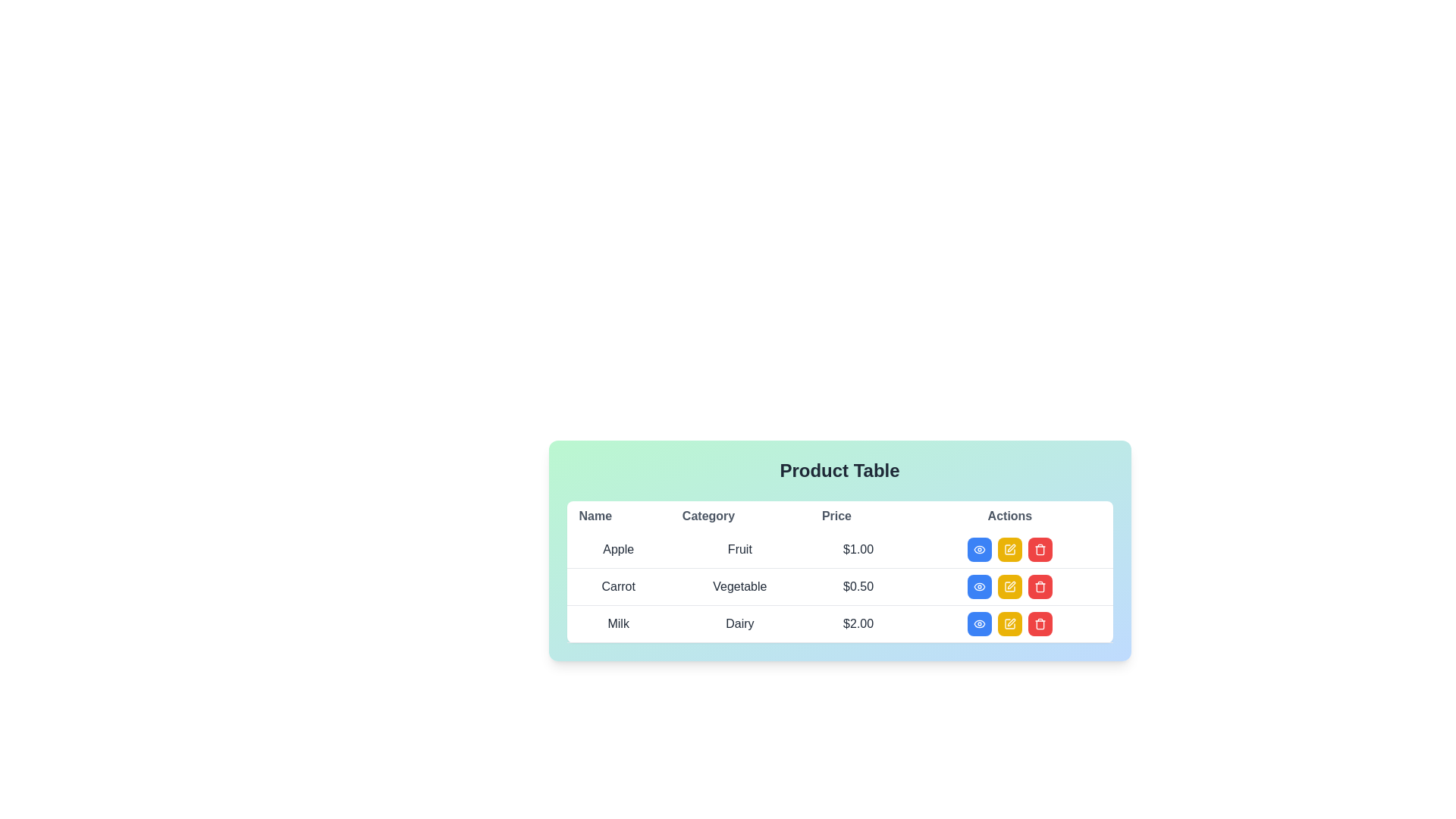 This screenshot has height=819, width=1456. What do you see at coordinates (858, 550) in the screenshot?
I see `the static text label displaying the price '$1.00' in the 'Price' column of the product table` at bounding box center [858, 550].